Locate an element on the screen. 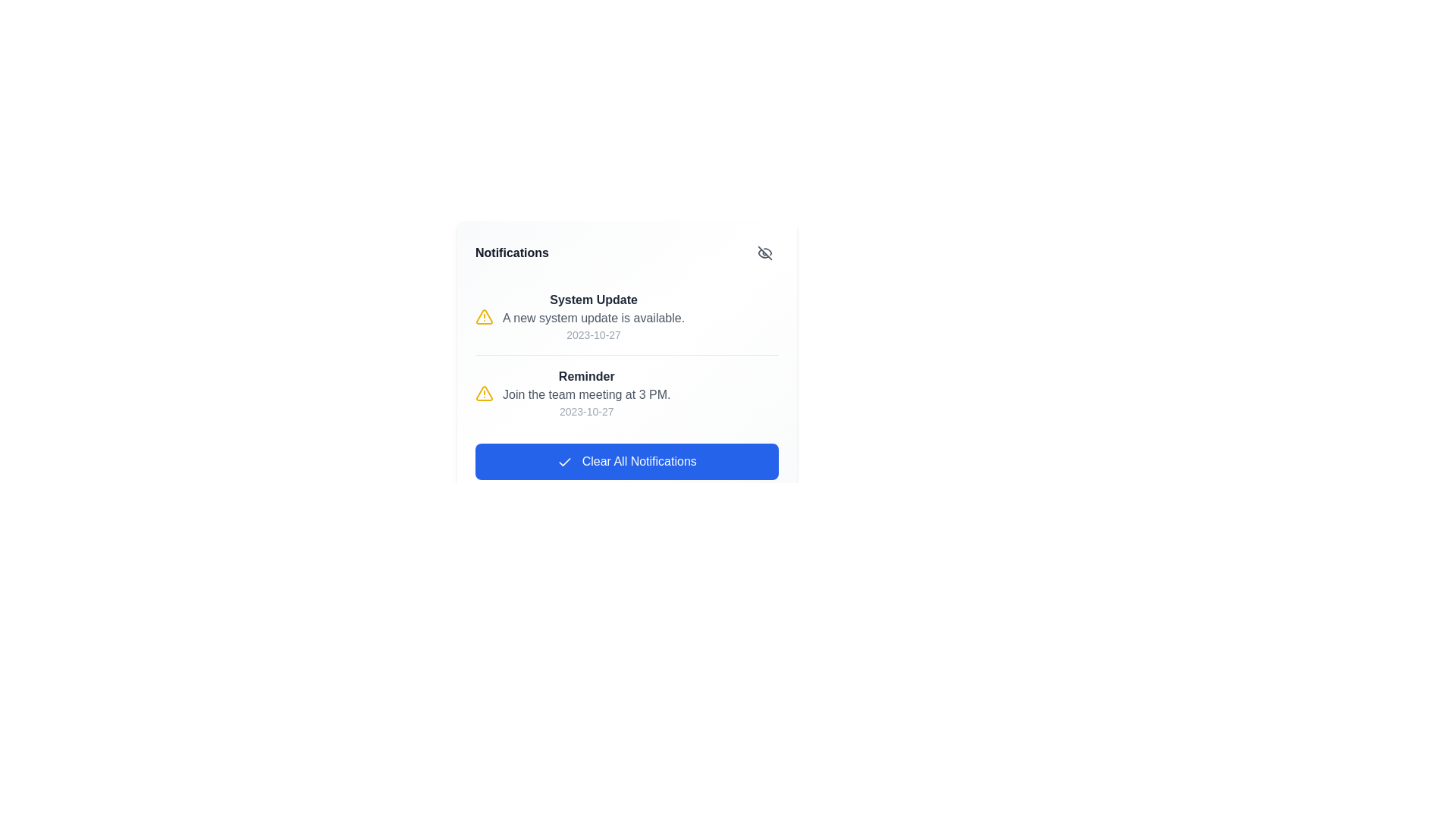 The image size is (1456, 819). the Text label displaying the message about the team meeting scheduled at 3 PM, located in the notifications panel below the 'Reminder' heading is located at coordinates (585, 394).